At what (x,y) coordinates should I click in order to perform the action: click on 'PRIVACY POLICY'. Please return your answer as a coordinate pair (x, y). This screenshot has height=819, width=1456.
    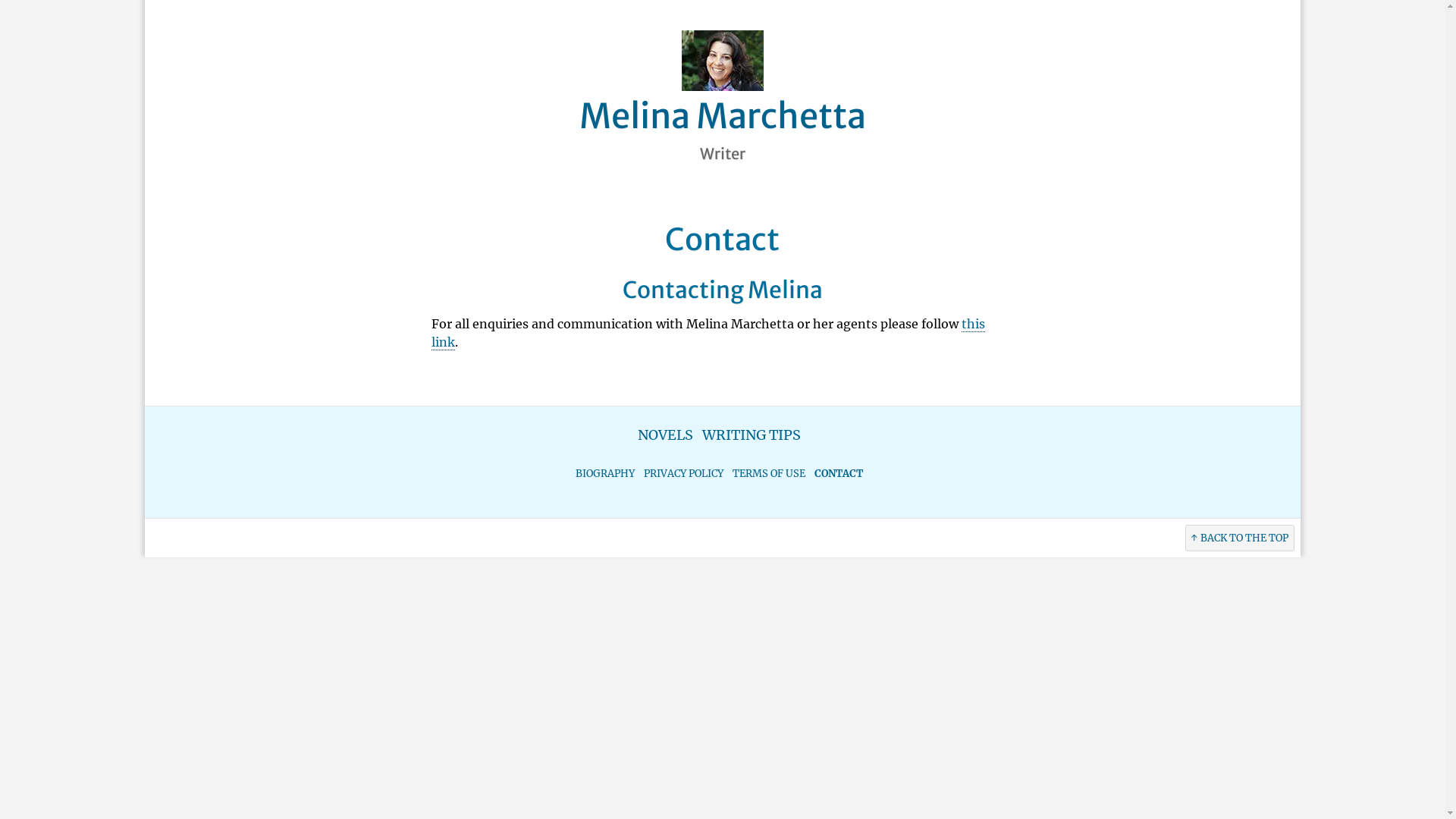
    Looking at the image, I should click on (682, 472).